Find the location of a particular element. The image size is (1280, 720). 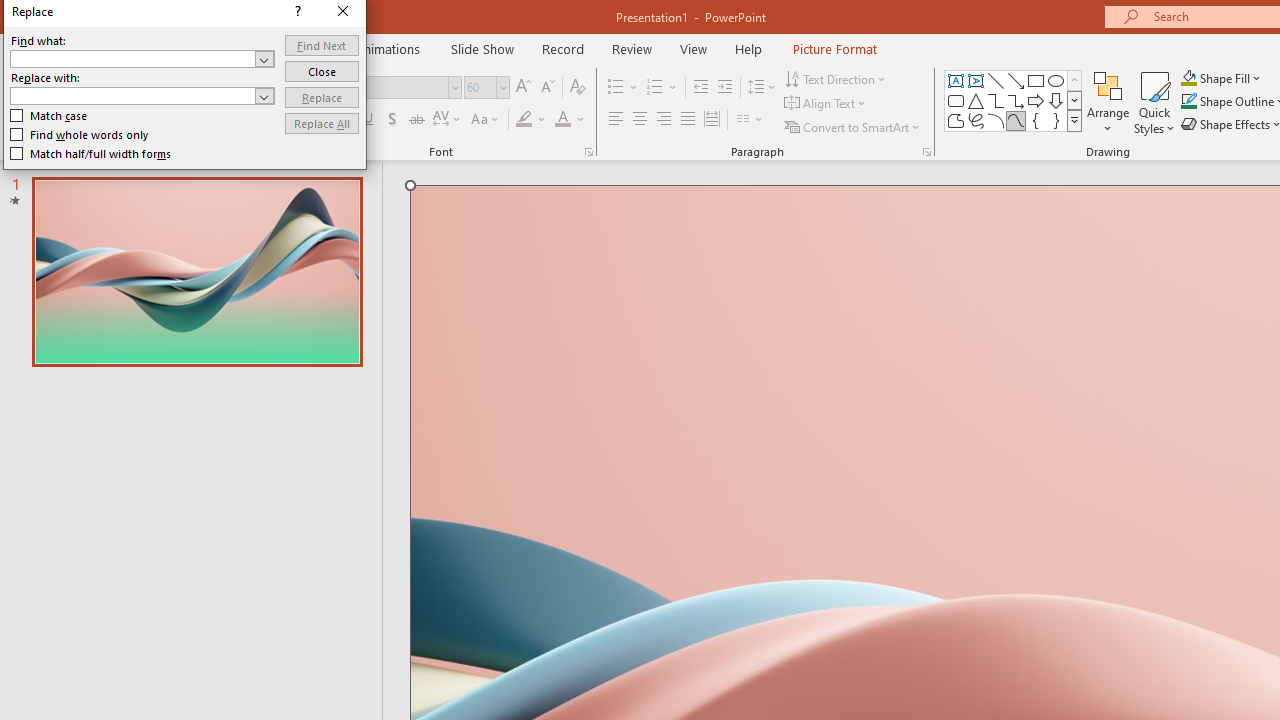

'Shape Fill Orange, Accent 2' is located at coordinates (1189, 77).